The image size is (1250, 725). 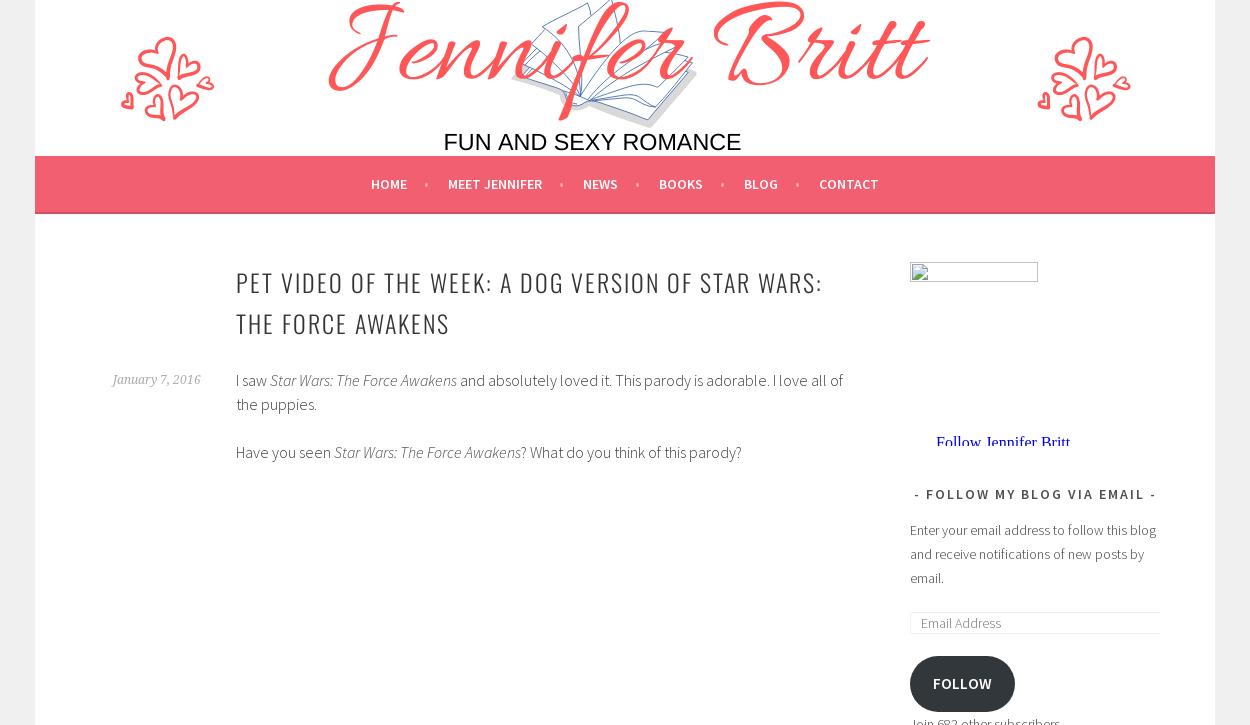 What do you see at coordinates (285, 450) in the screenshot?
I see `'Have you seen'` at bounding box center [285, 450].